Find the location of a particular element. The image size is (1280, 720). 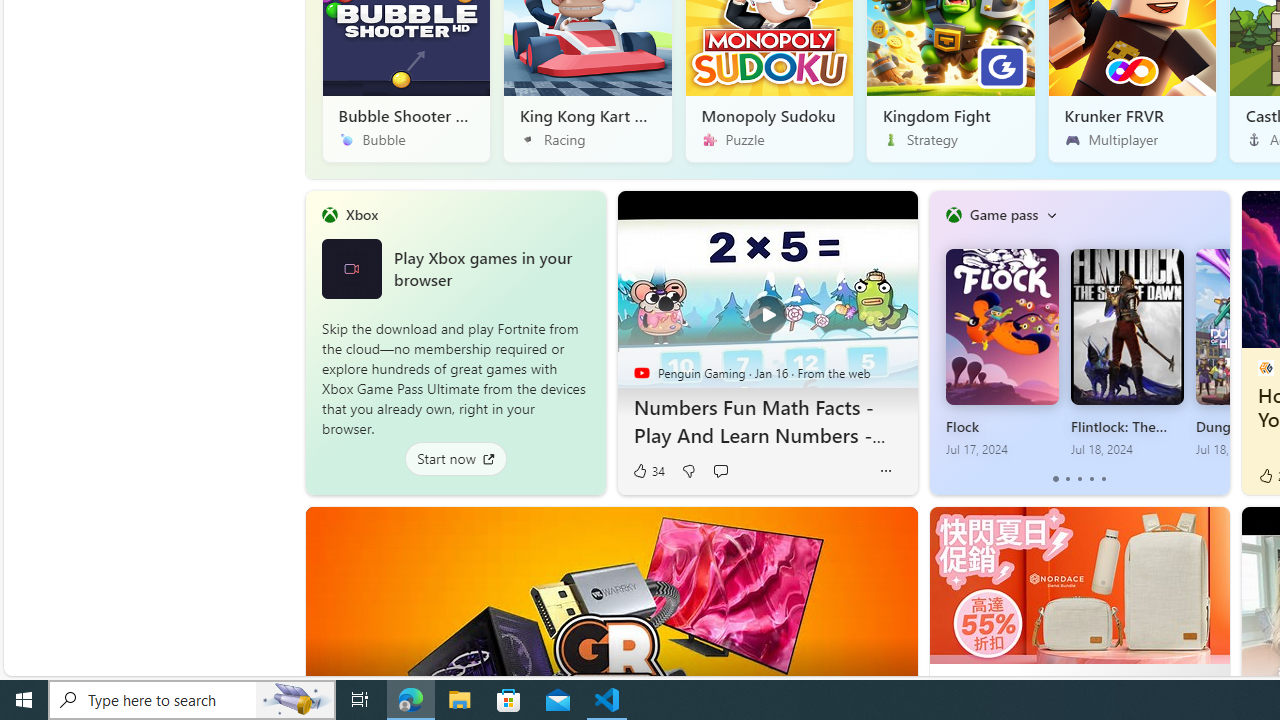

'Start now' is located at coordinates (454, 458).